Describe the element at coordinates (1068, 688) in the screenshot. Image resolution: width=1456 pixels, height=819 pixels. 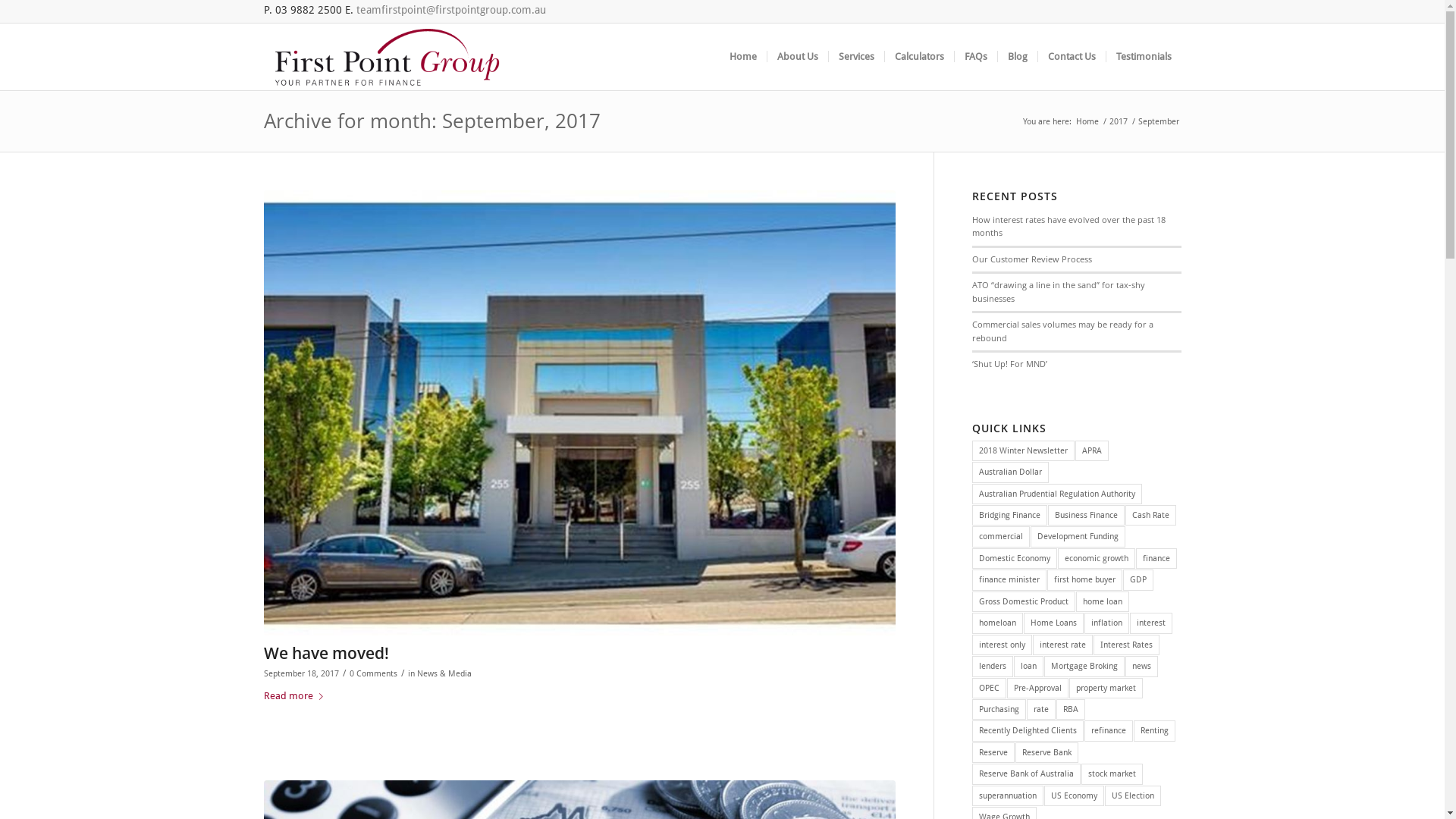
I see `'property market'` at that location.